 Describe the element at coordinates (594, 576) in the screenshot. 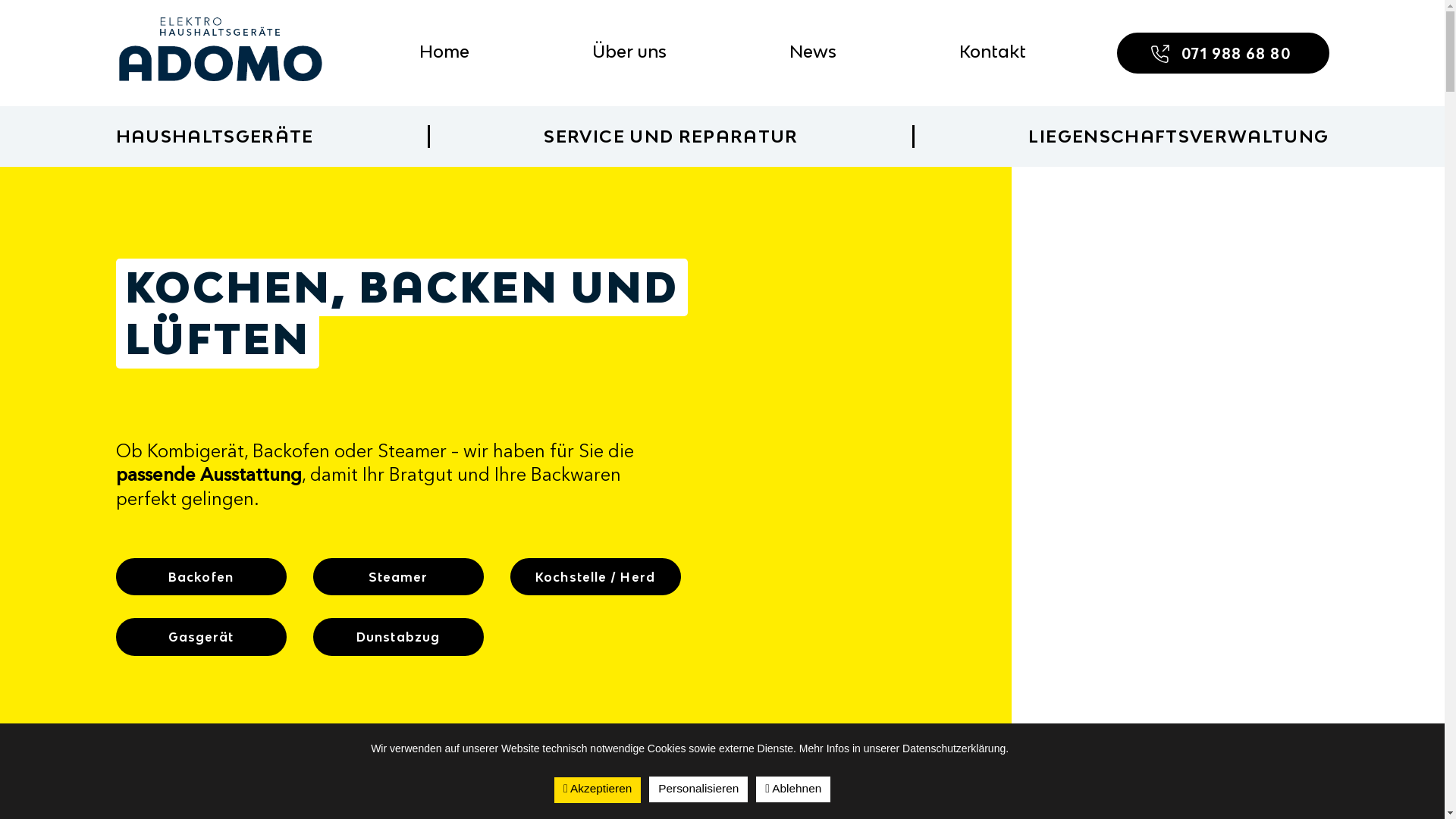

I see `'Kochstelle / Herd'` at that location.